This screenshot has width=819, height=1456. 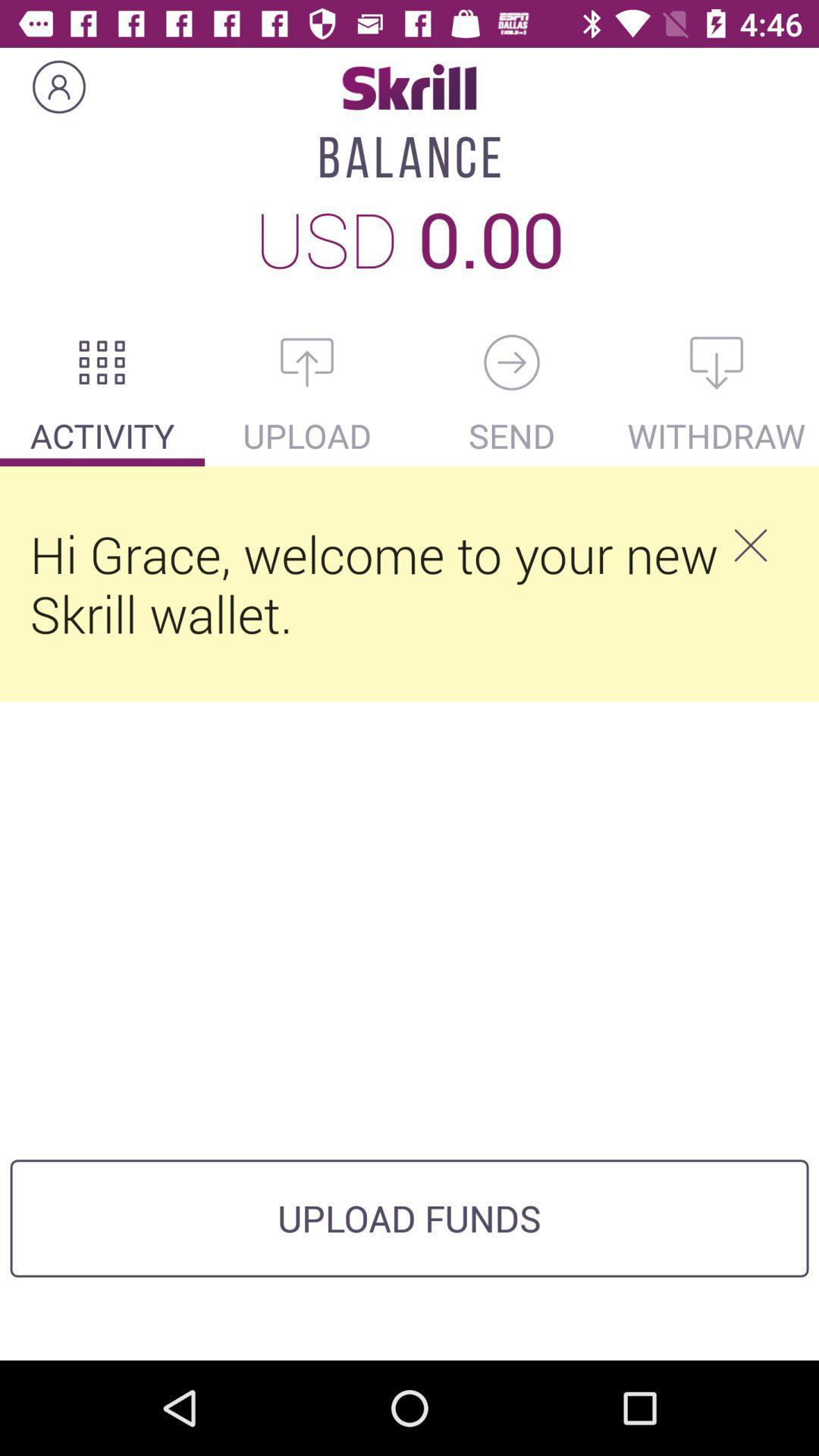 What do you see at coordinates (512, 362) in the screenshot?
I see `send funds` at bounding box center [512, 362].